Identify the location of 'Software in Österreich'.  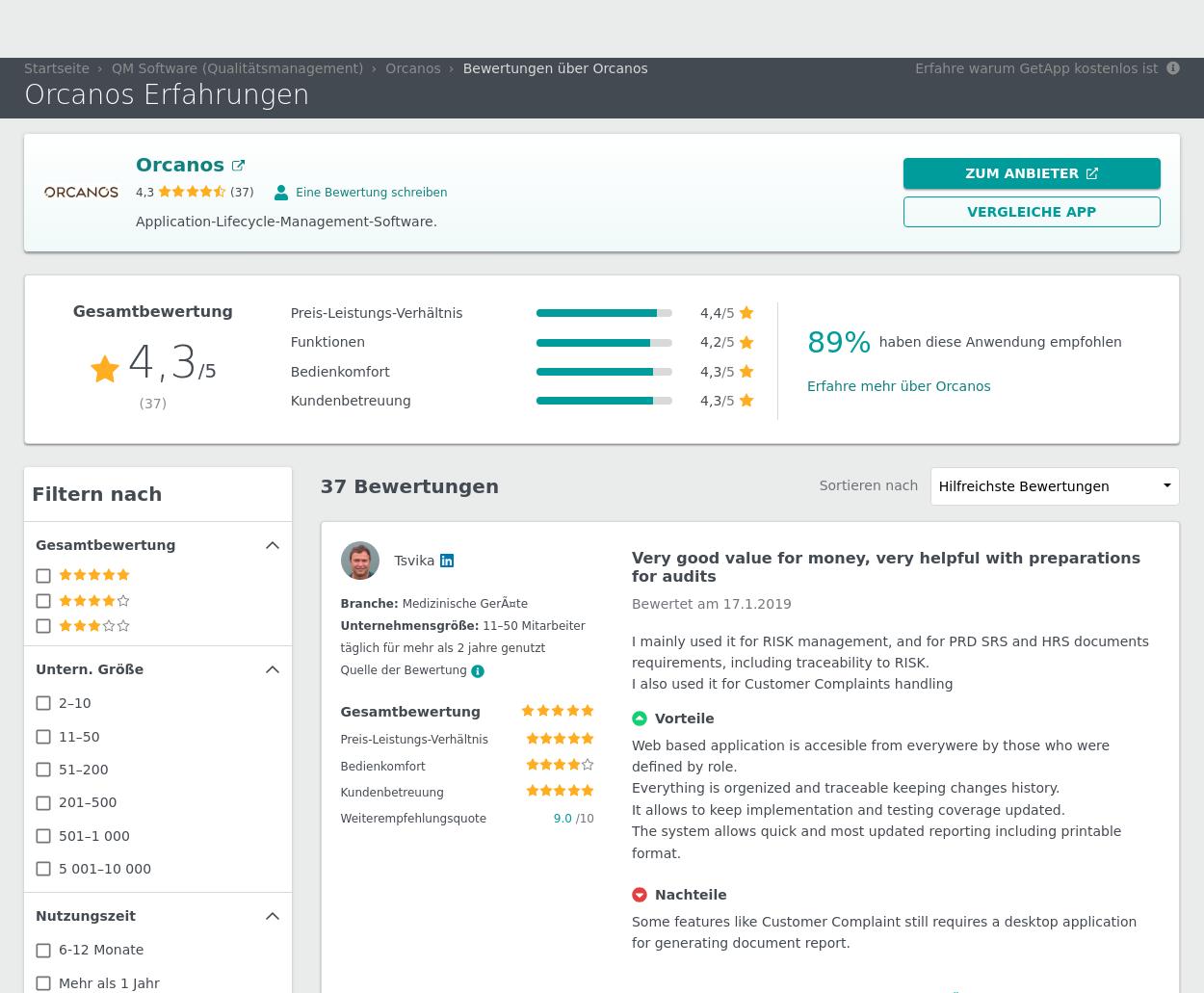
(269, 36).